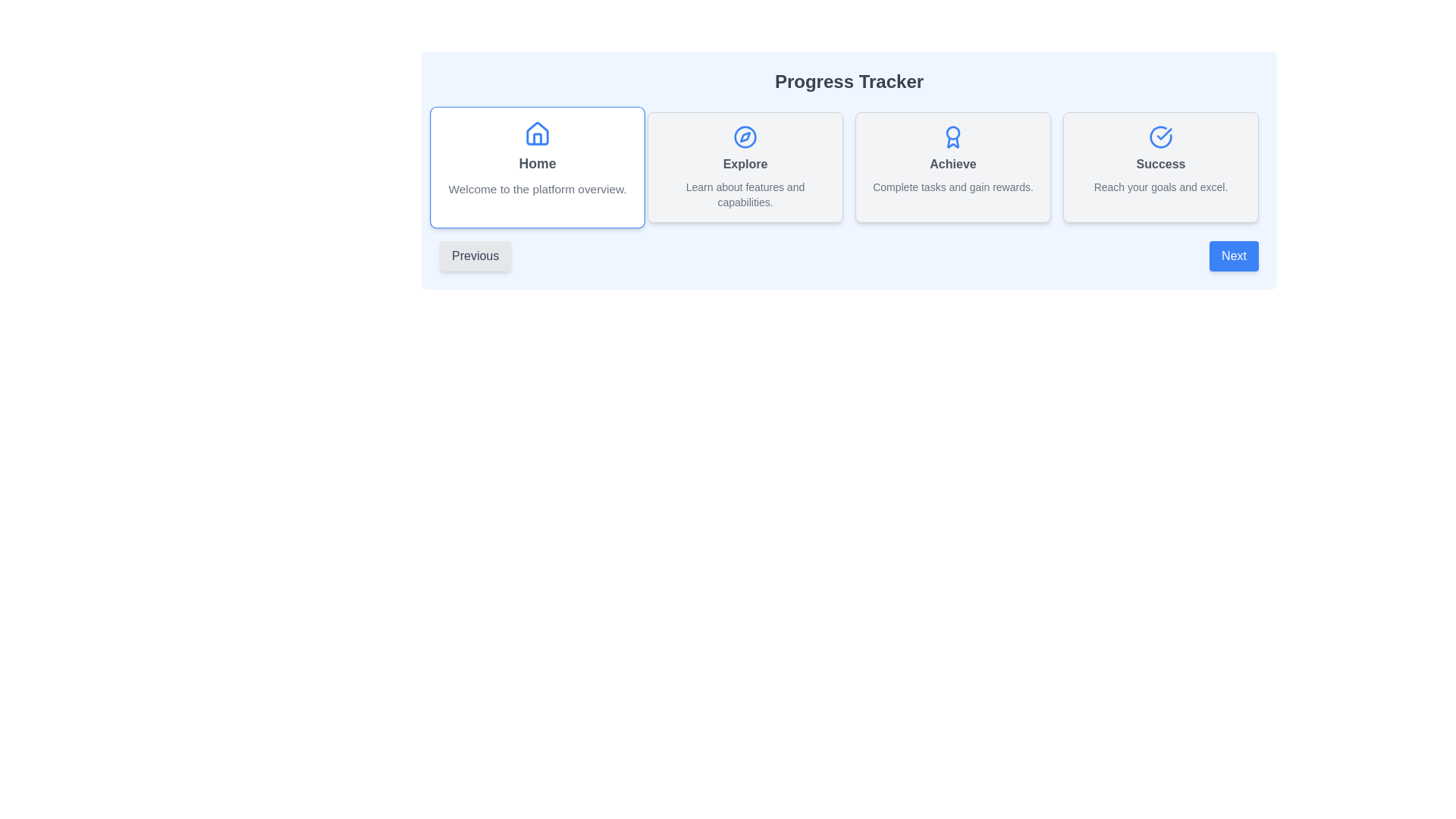  Describe the element at coordinates (745, 194) in the screenshot. I see `the descriptive text element located beneath the title 'Explore' within the 'Explore' section card` at that location.